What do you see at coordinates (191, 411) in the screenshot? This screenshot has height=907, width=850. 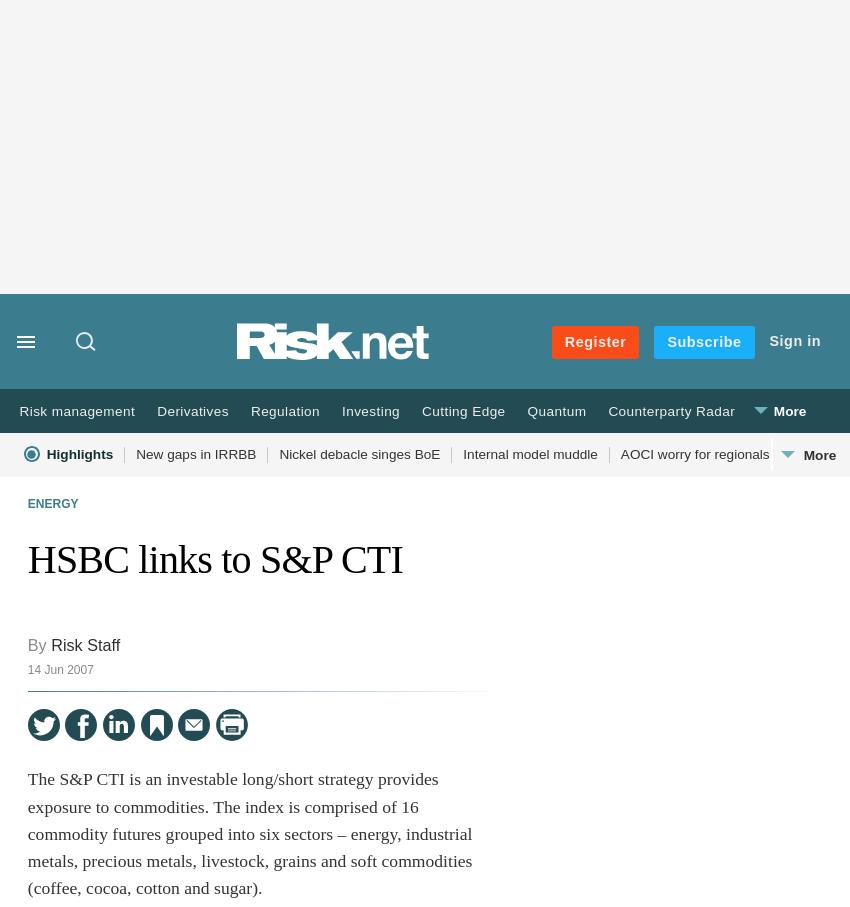 I see `'Derivatives'` at bounding box center [191, 411].